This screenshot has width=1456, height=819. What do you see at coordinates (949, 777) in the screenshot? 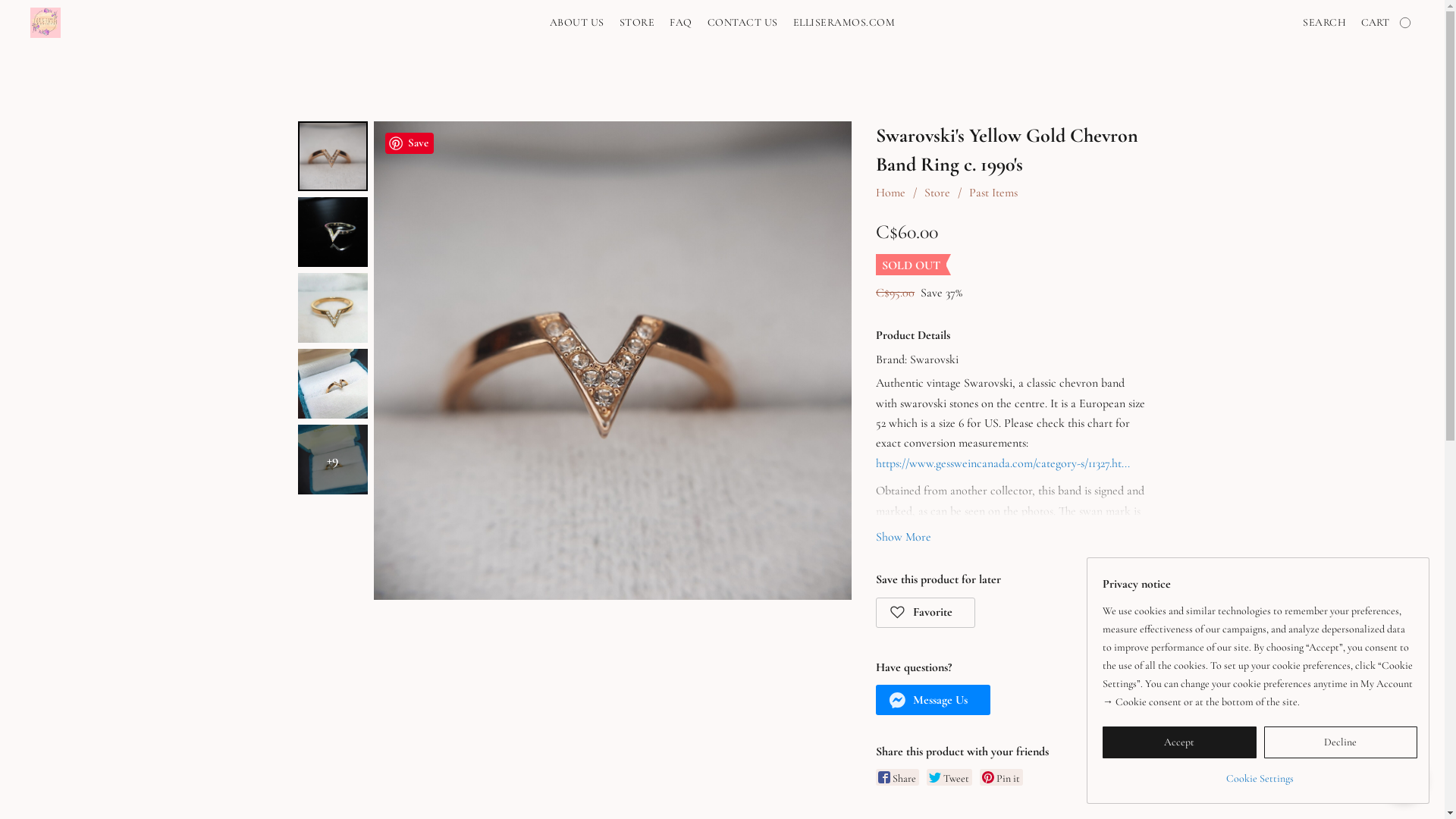
I see `'Tweet'` at bounding box center [949, 777].